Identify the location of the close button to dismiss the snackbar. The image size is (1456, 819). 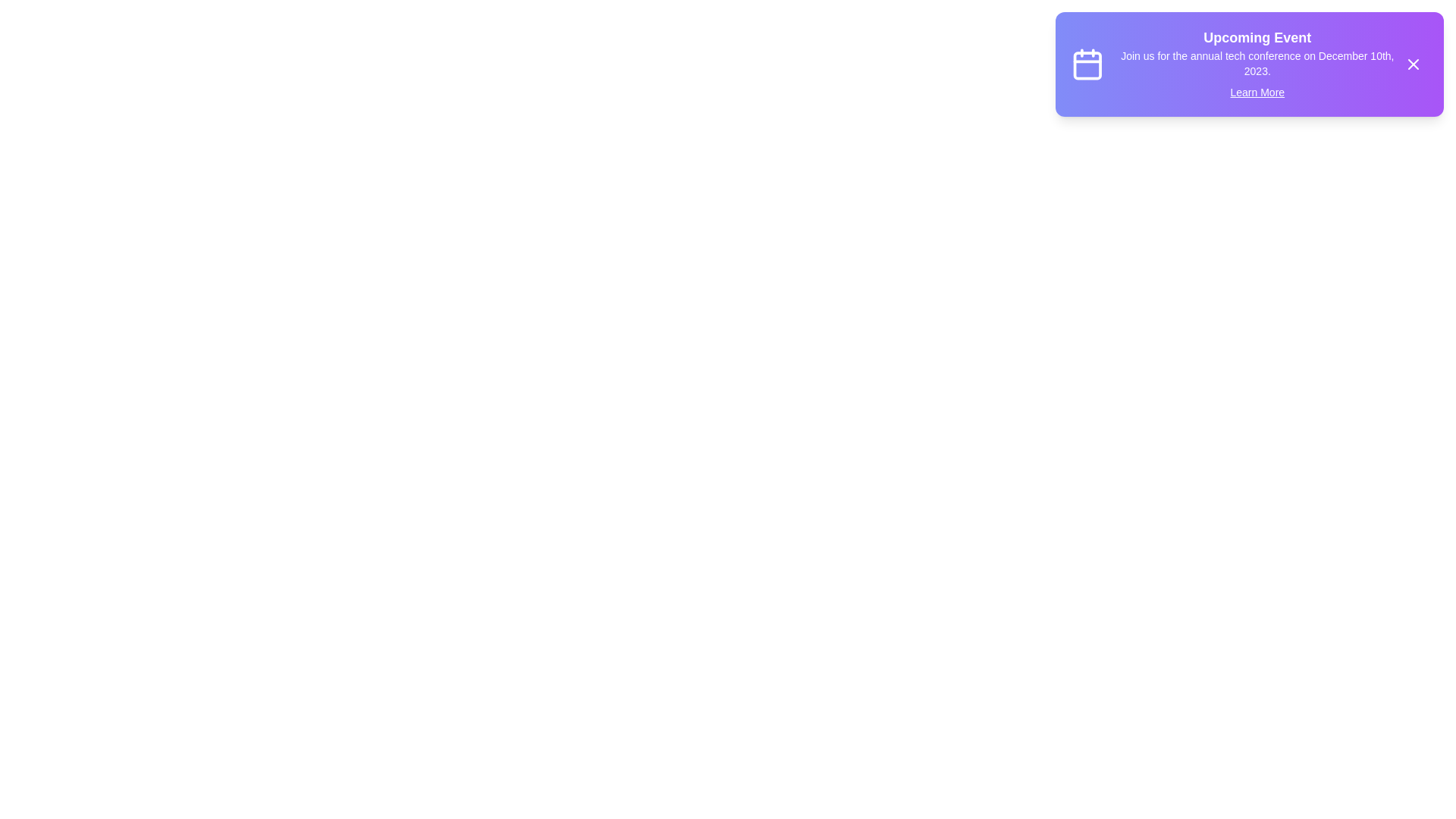
(1412, 63).